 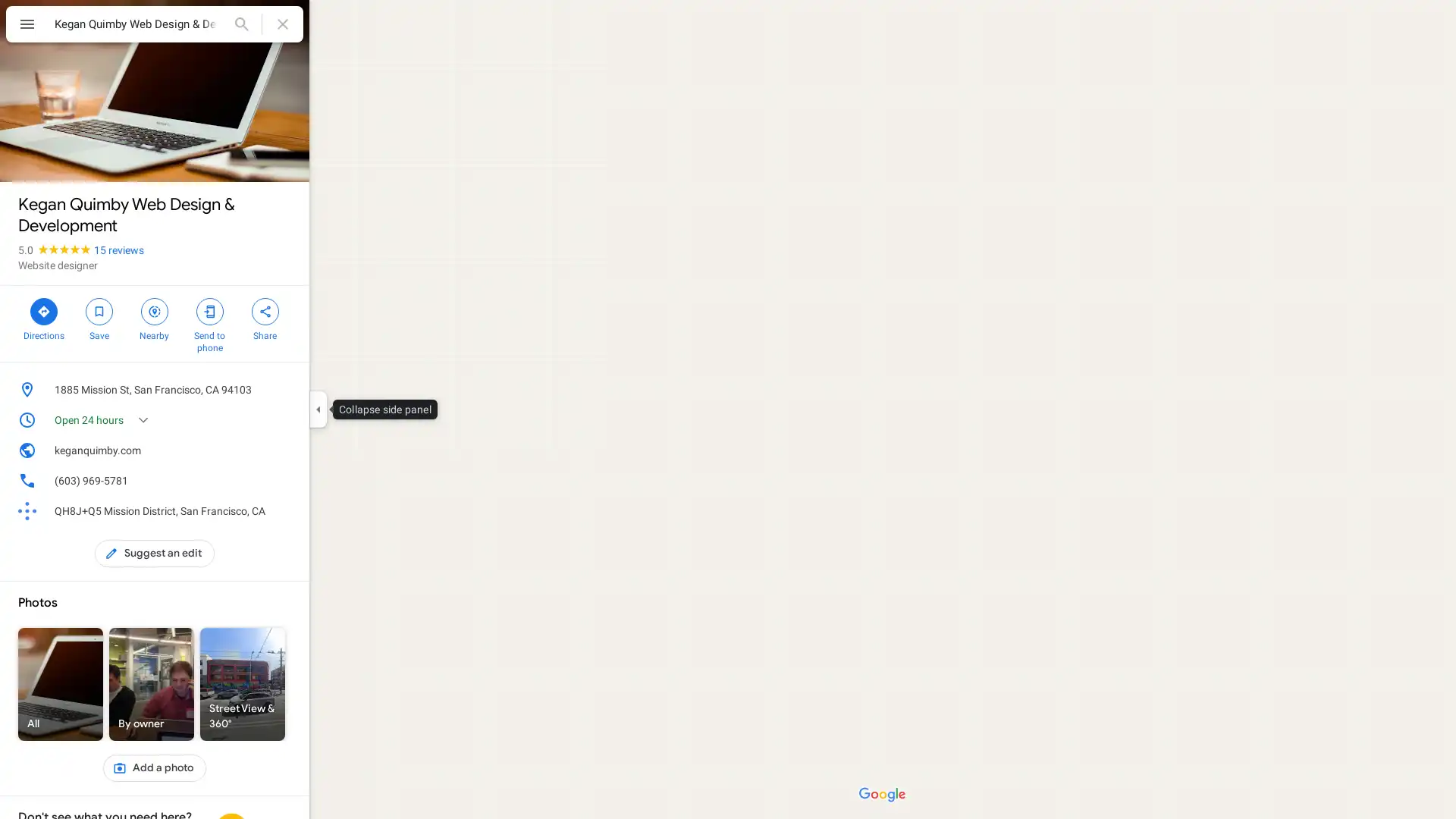 What do you see at coordinates (55, 249) in the screenshot?
I see `5.0 stars` at bounding box center [55, 249].